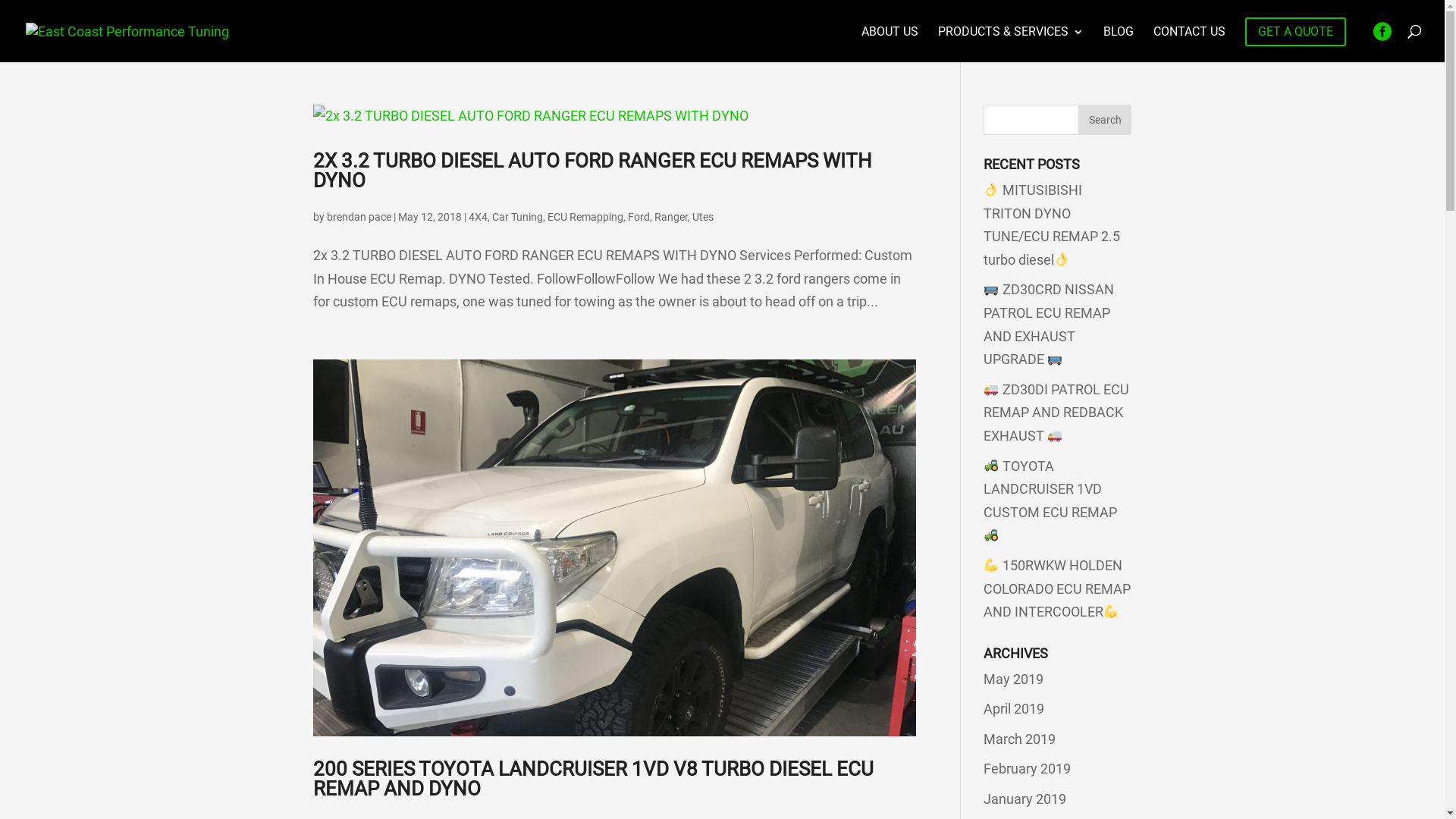 The width and height of the screenshot is (1456, 819). Describe the element at coordinates (1188, 43) in the screenshot. I see `'CONTACT US'` at that location.